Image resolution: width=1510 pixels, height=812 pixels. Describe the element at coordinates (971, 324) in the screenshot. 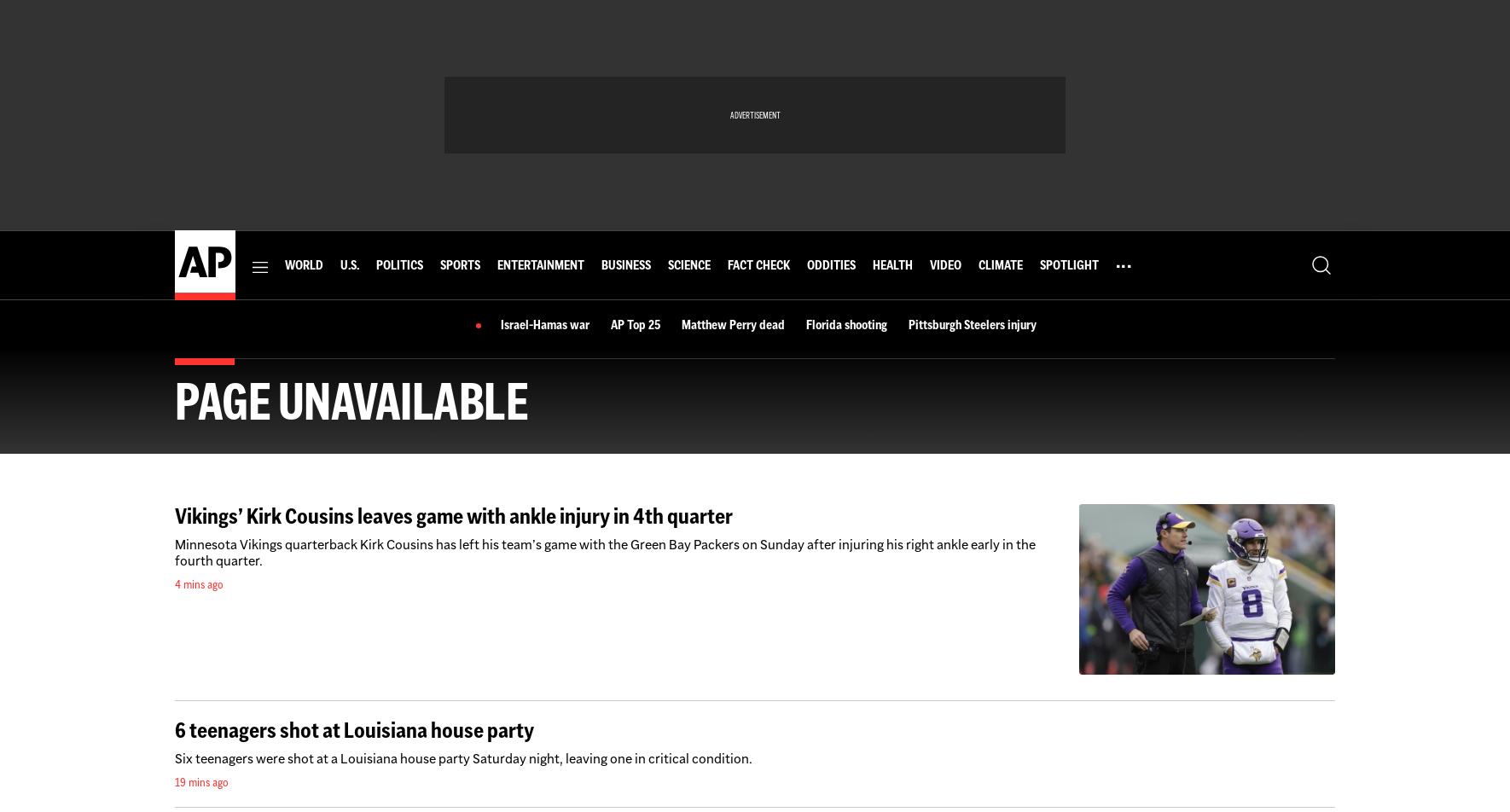

I see `'Pittsburgh Steelers injury'` at that location.